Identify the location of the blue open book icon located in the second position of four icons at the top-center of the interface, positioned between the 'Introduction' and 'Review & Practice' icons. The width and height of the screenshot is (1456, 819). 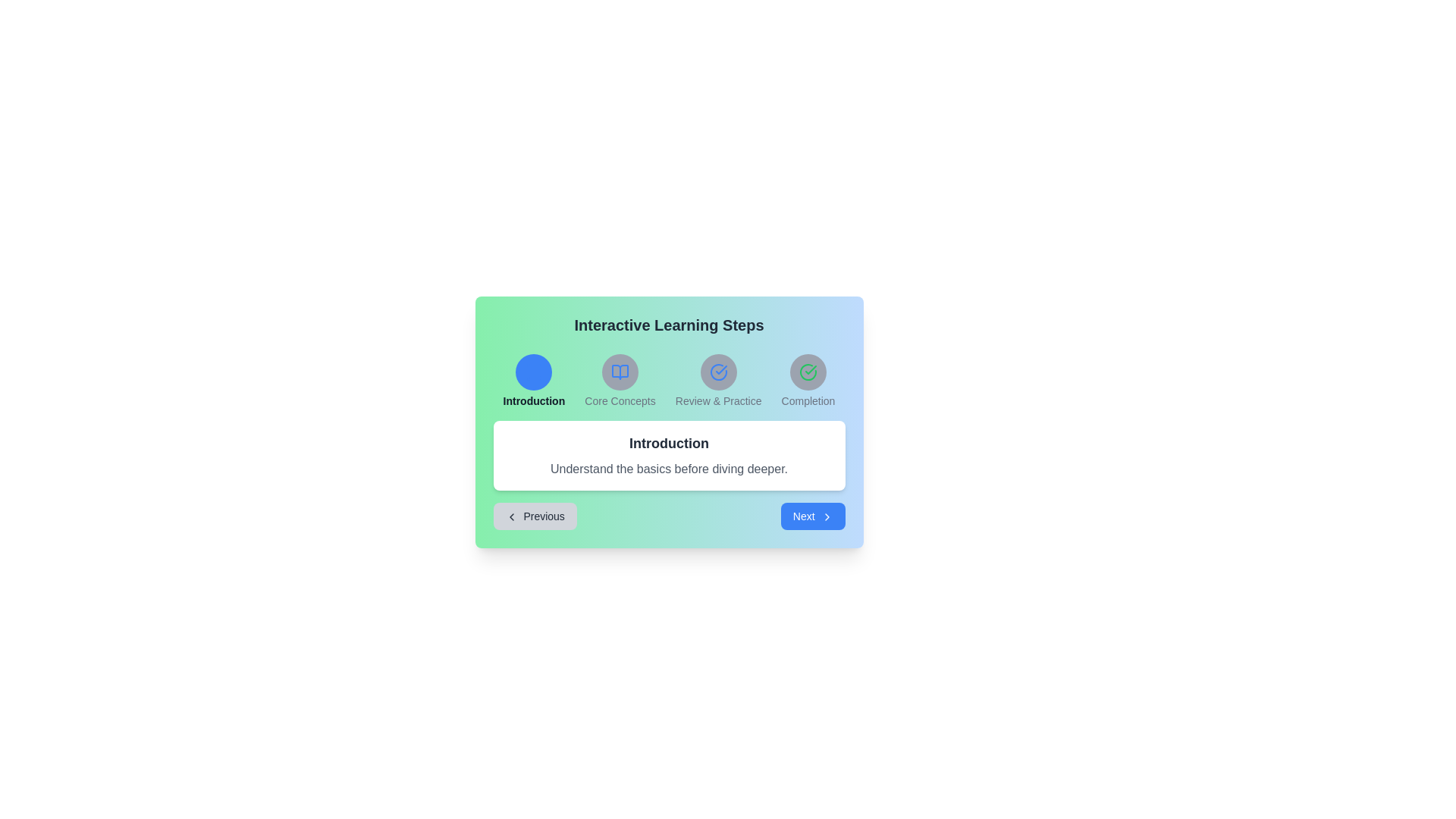
(620, 372).